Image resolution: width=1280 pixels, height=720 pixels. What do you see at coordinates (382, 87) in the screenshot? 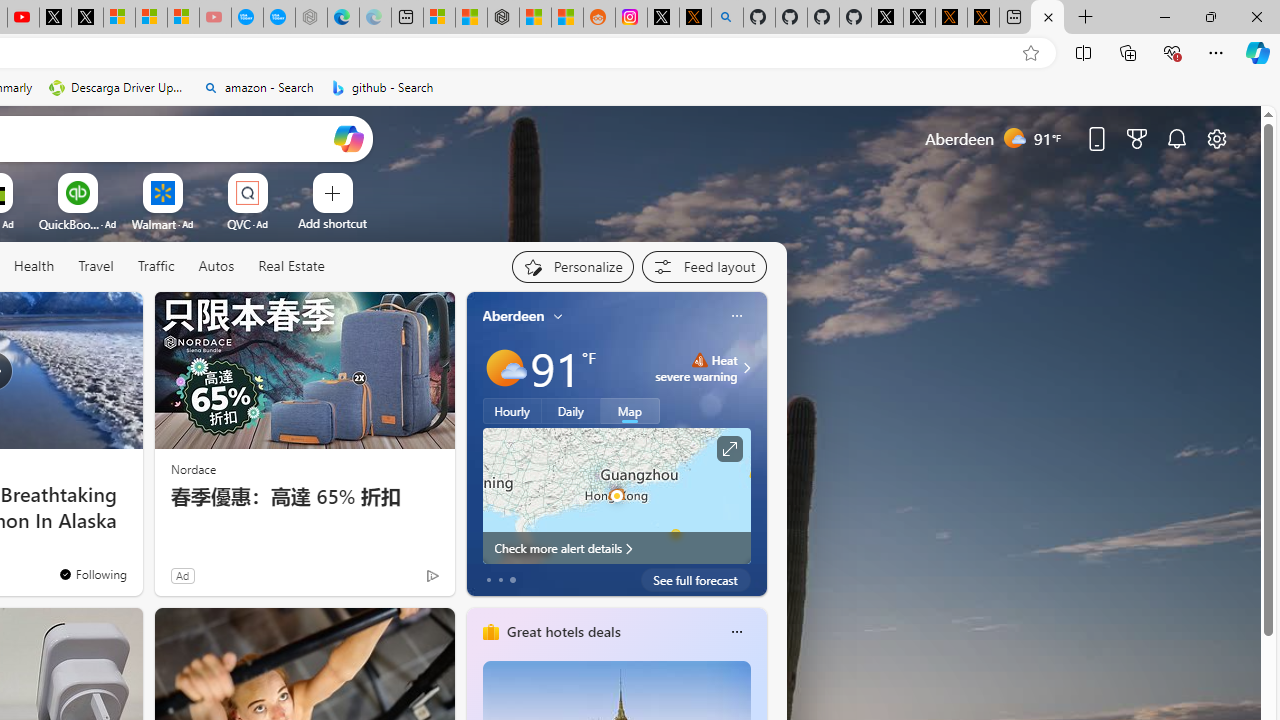
I see `'github - Search'` at bounding box center [382, 87].